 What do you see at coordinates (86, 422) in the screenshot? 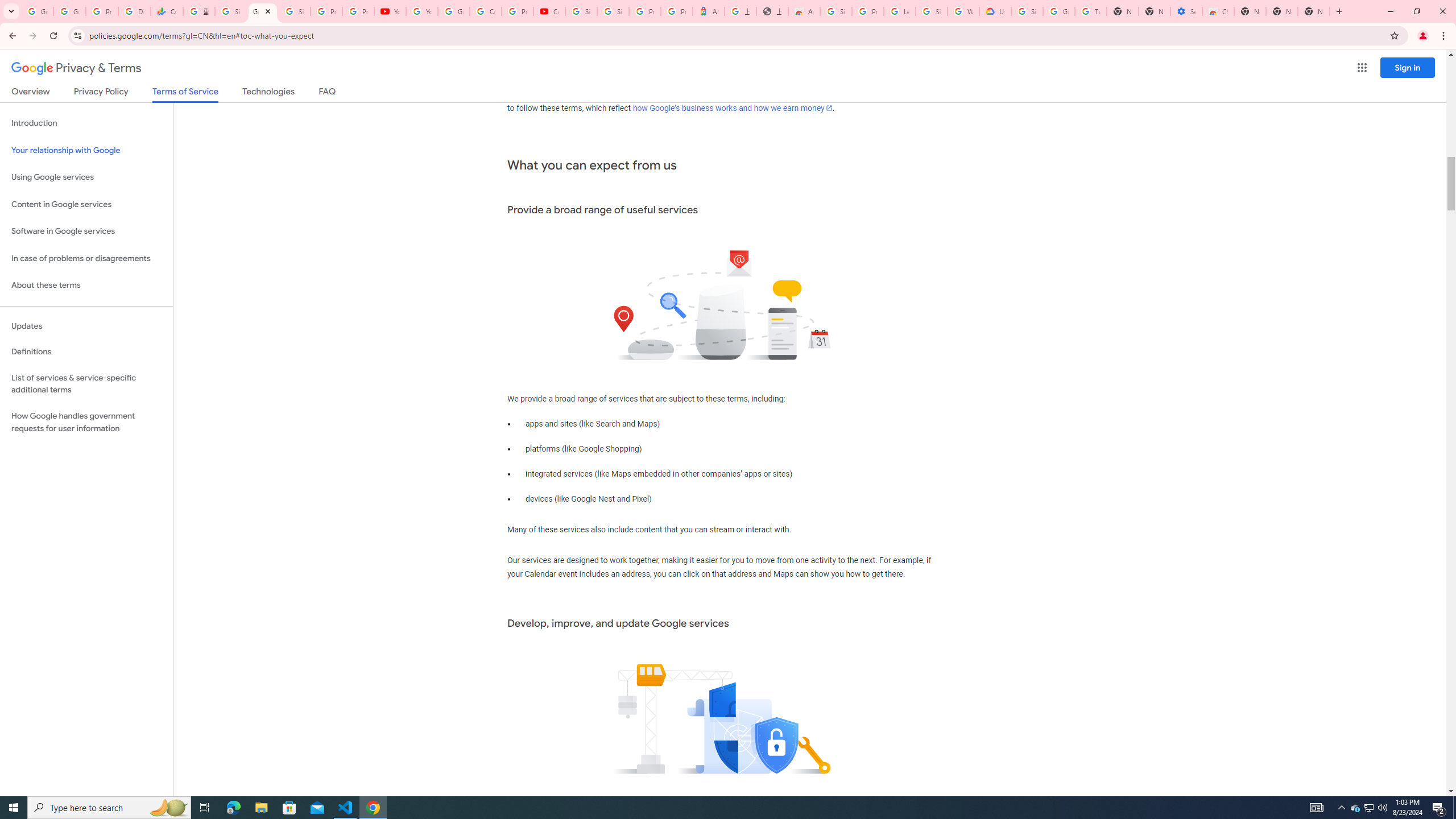
I see `'How Google handles government requests for user information'` at bounding box center [86, 422].